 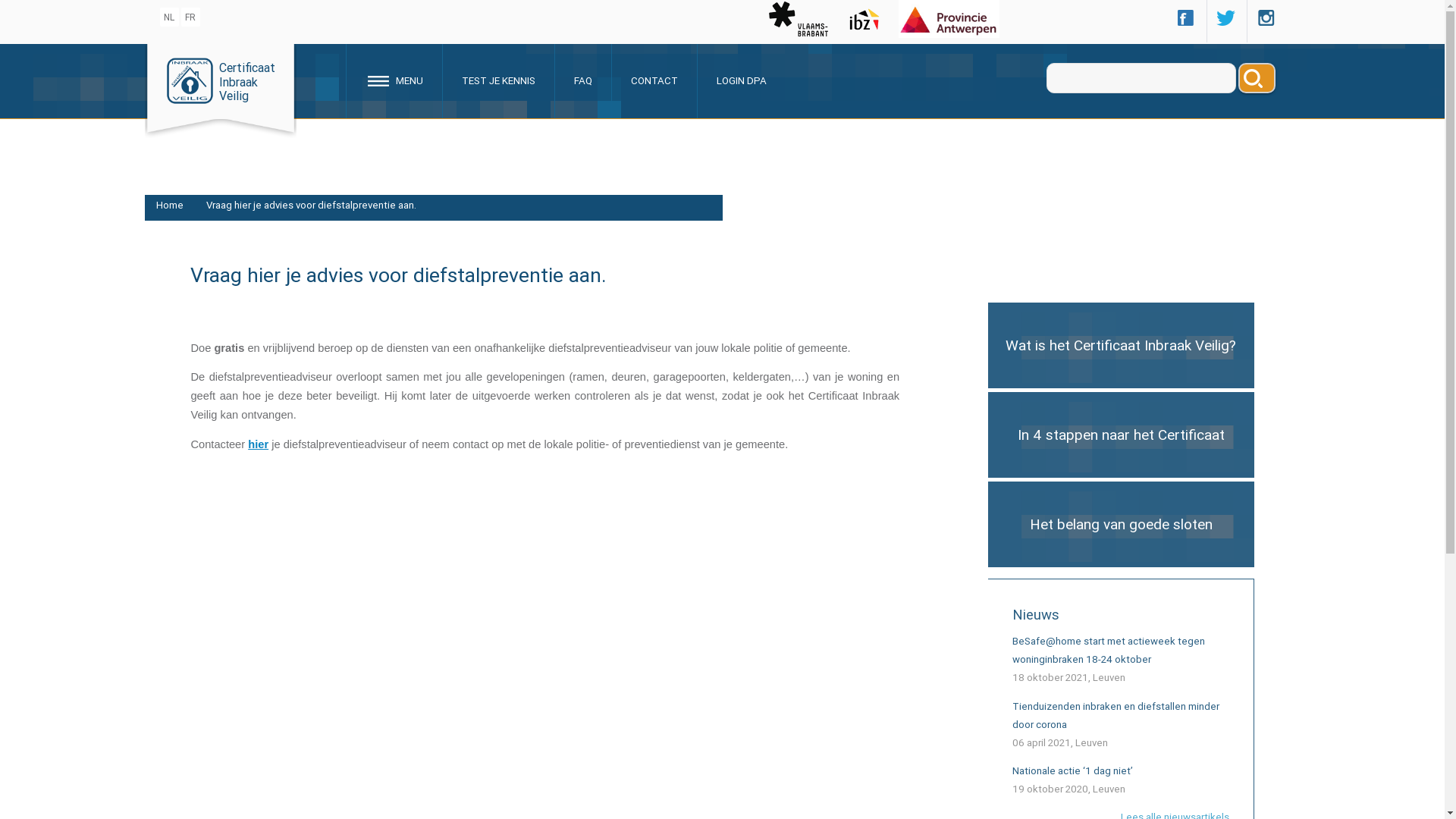 I want to click on 'Het belang van goede sloten', so click(x=1121, y=523).